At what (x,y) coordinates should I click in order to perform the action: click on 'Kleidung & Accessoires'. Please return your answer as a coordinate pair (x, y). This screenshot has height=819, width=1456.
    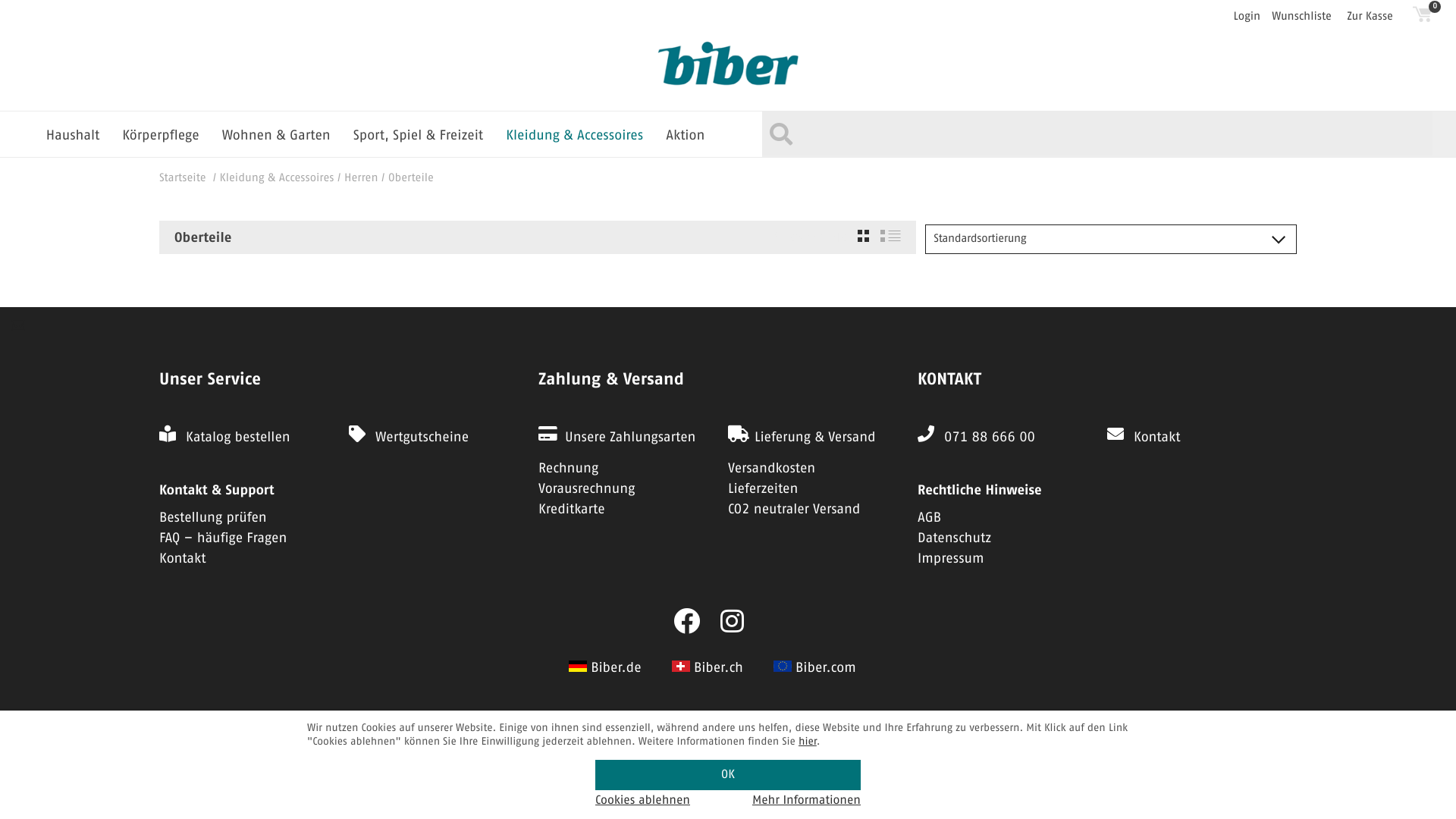
    Looking at the image, I should click on (277, 177).